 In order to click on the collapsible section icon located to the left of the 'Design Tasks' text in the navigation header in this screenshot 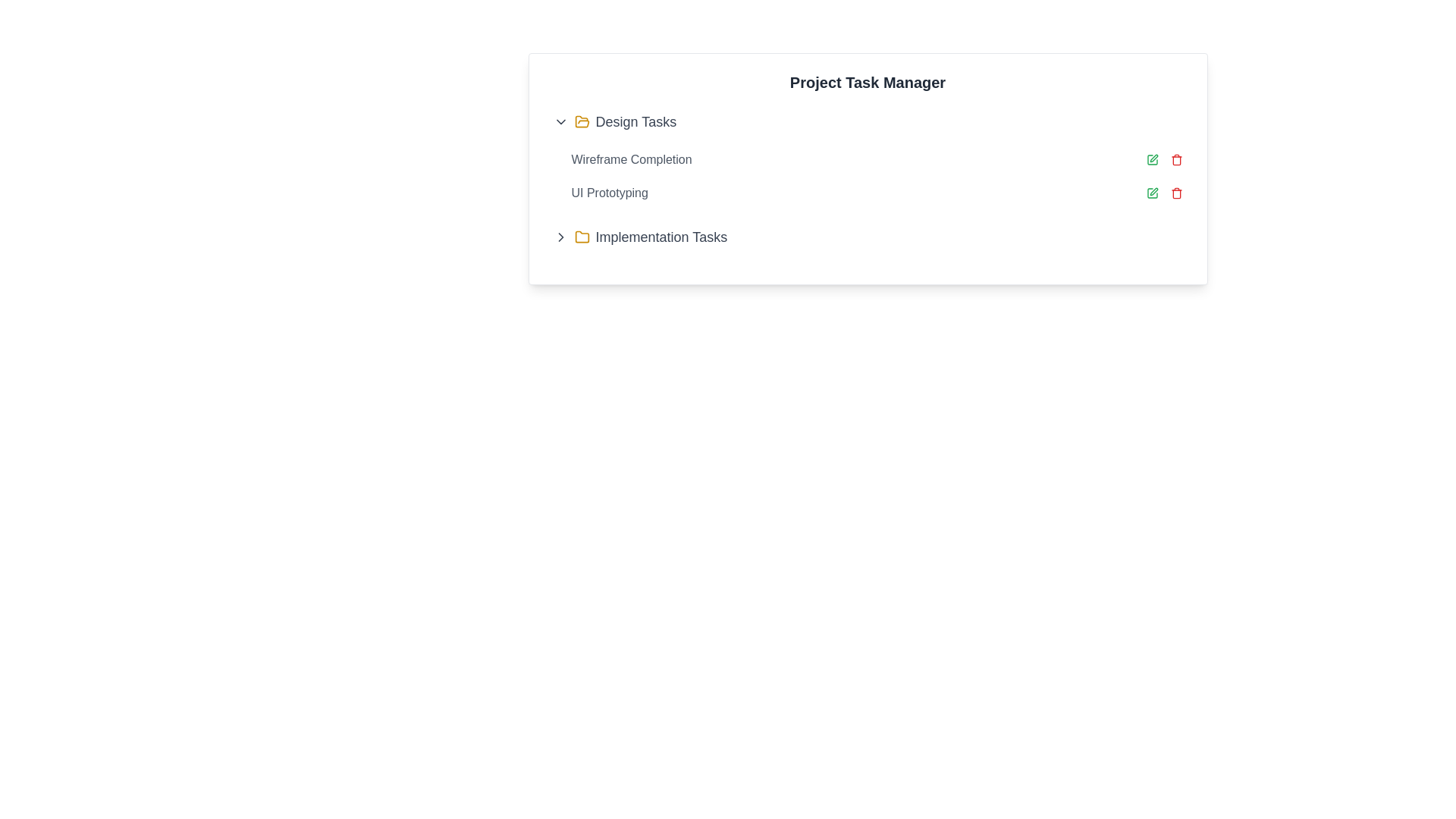, I will do `click(560, 121)`.